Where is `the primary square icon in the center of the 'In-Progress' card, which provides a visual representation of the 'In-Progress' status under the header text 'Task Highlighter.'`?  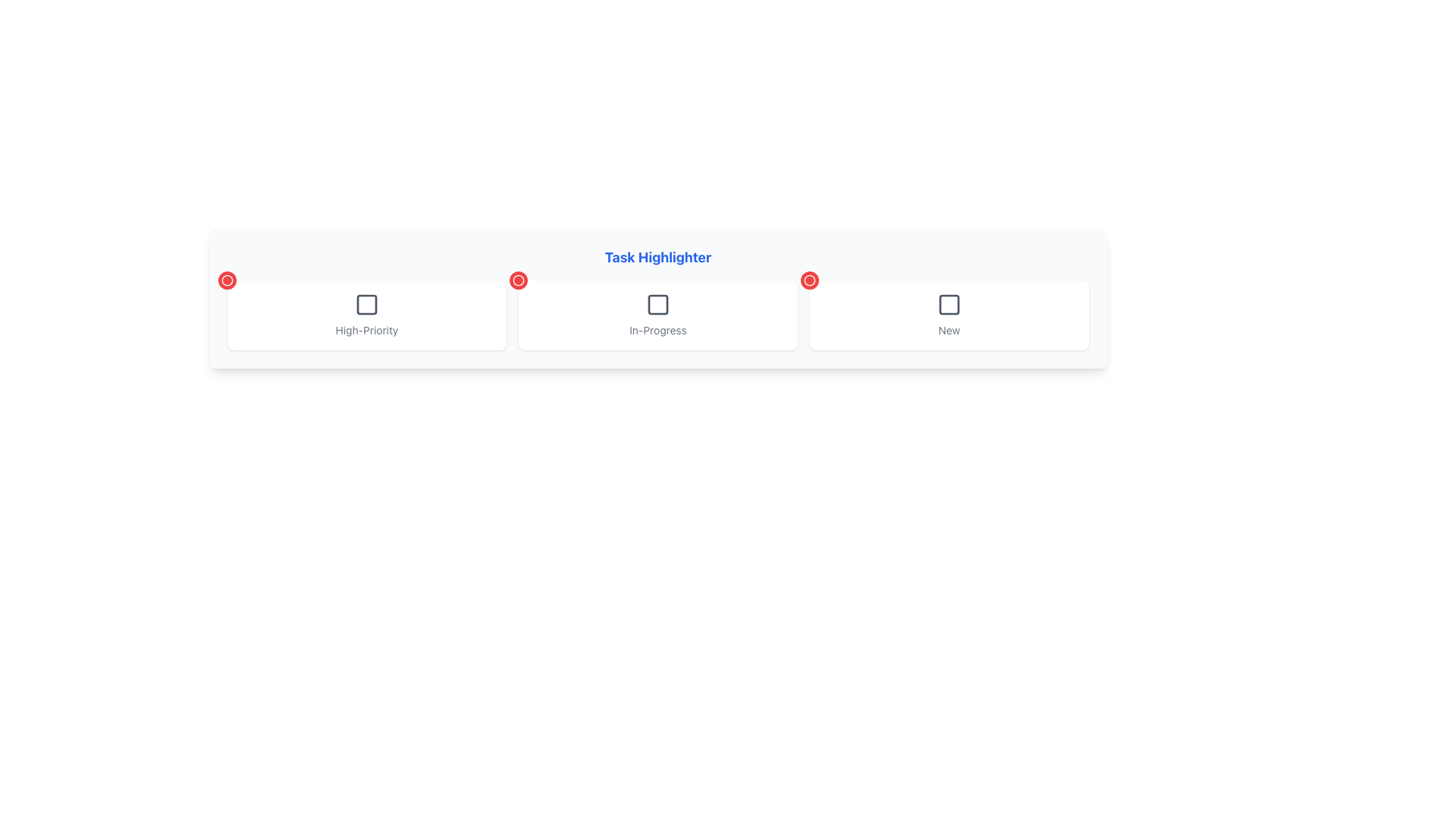
the primary square icon in the center of the 'In-Progress' card, which provides a visual representation of the 'In-Progress' status under the header text 'Task Highlighter.' is located at coordinates (658, 304).